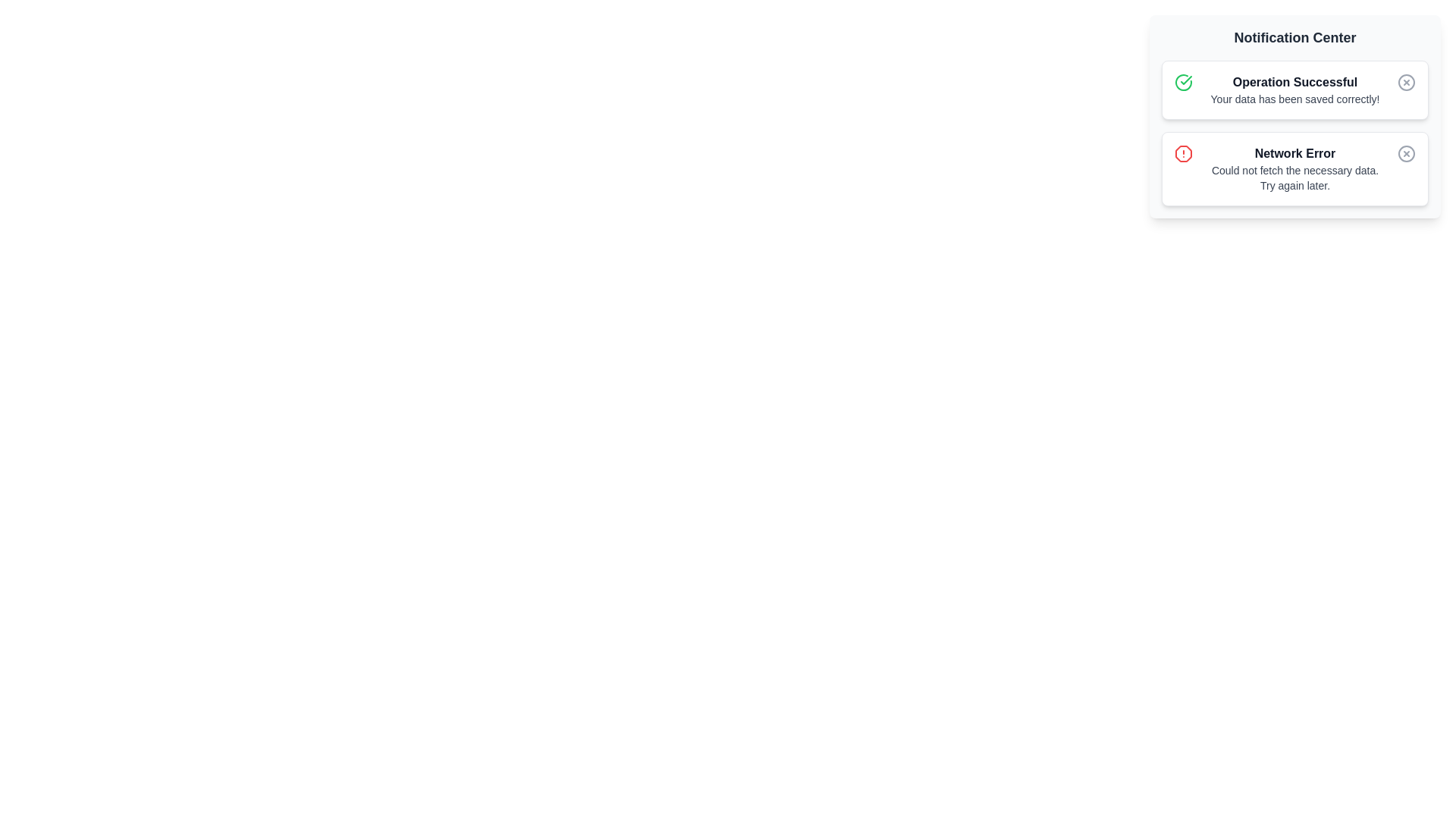  What do you see at coordinates (1182, 154) in the screenshot?
I see `the error icon located to the left of the text 'Network Error' in the notification center, which is positioned in the second row of notifications` at bounding box center [1182, 154].